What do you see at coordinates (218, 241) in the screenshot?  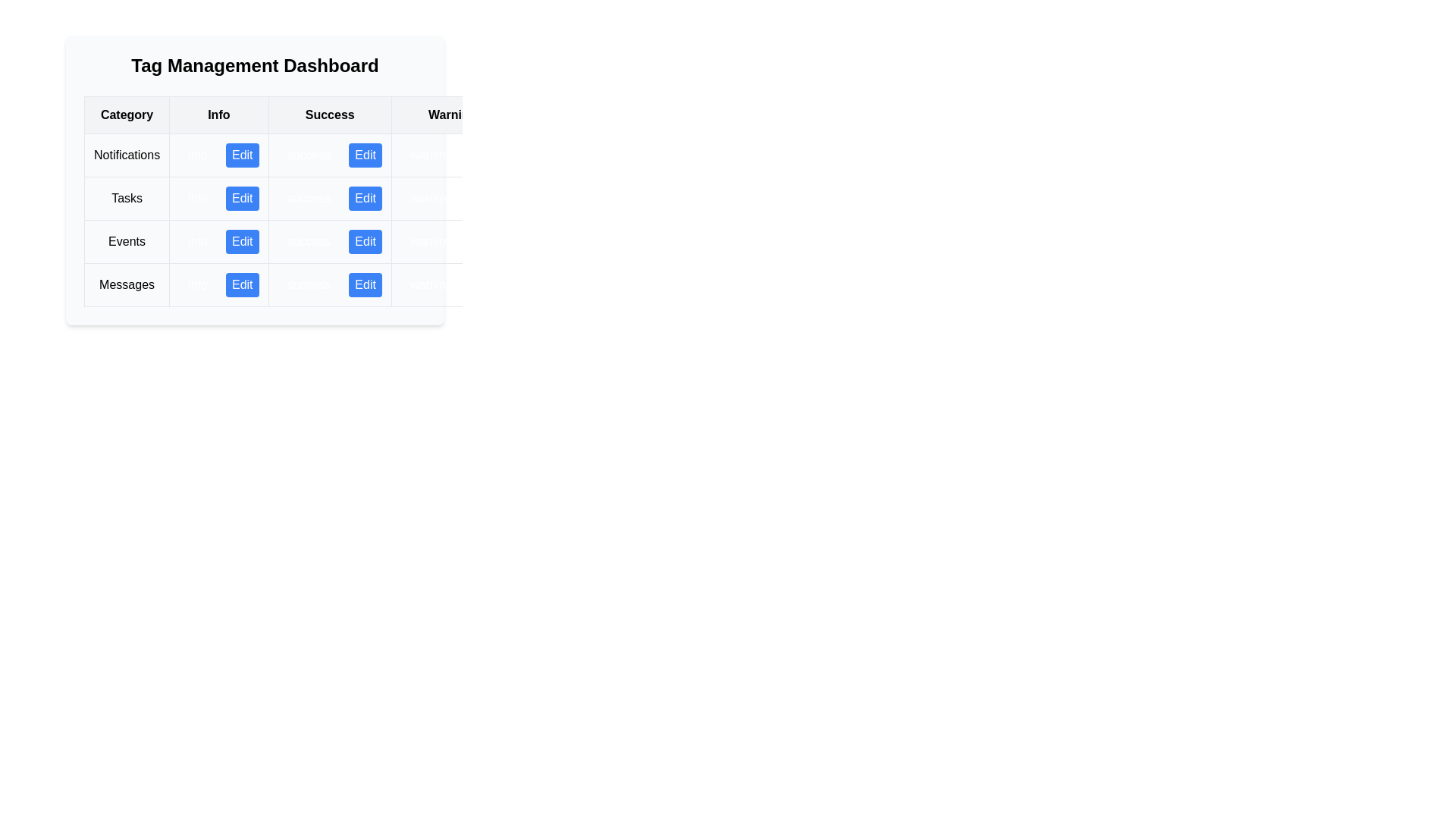 I see `the 'Edit' button located in the 'Events' row and 'Info' column` at bounding box center [218, 241].